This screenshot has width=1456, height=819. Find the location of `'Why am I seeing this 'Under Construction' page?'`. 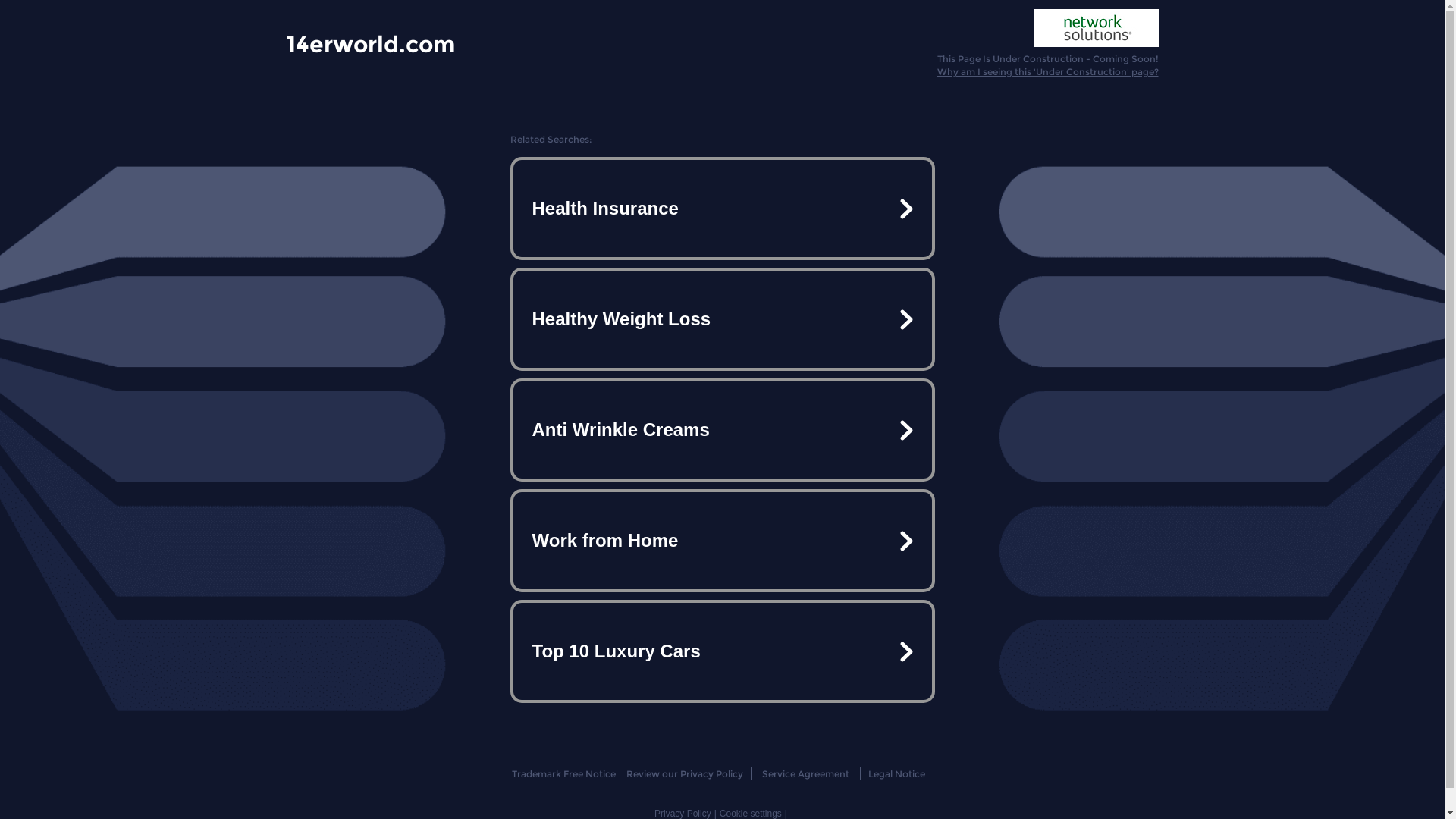

'Why am I seeing this 'Under Construction' page?' is located at coordinates (1047, 71).